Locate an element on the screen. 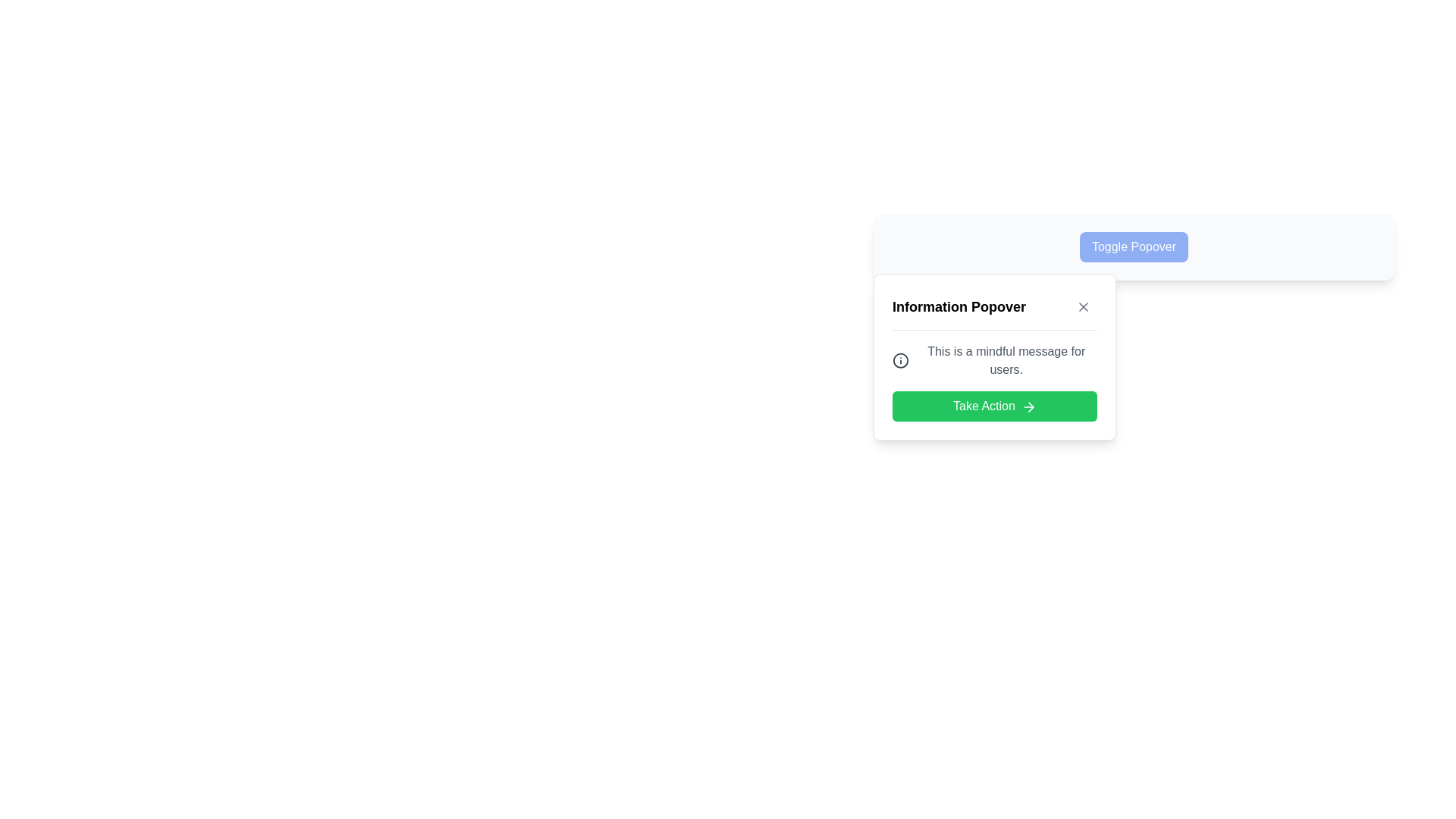  static text message, 'This is a mindful message for users.', which is styled in gray and located in a popover interface above the 'Take Action' button is located at coordinates (1006, 360).